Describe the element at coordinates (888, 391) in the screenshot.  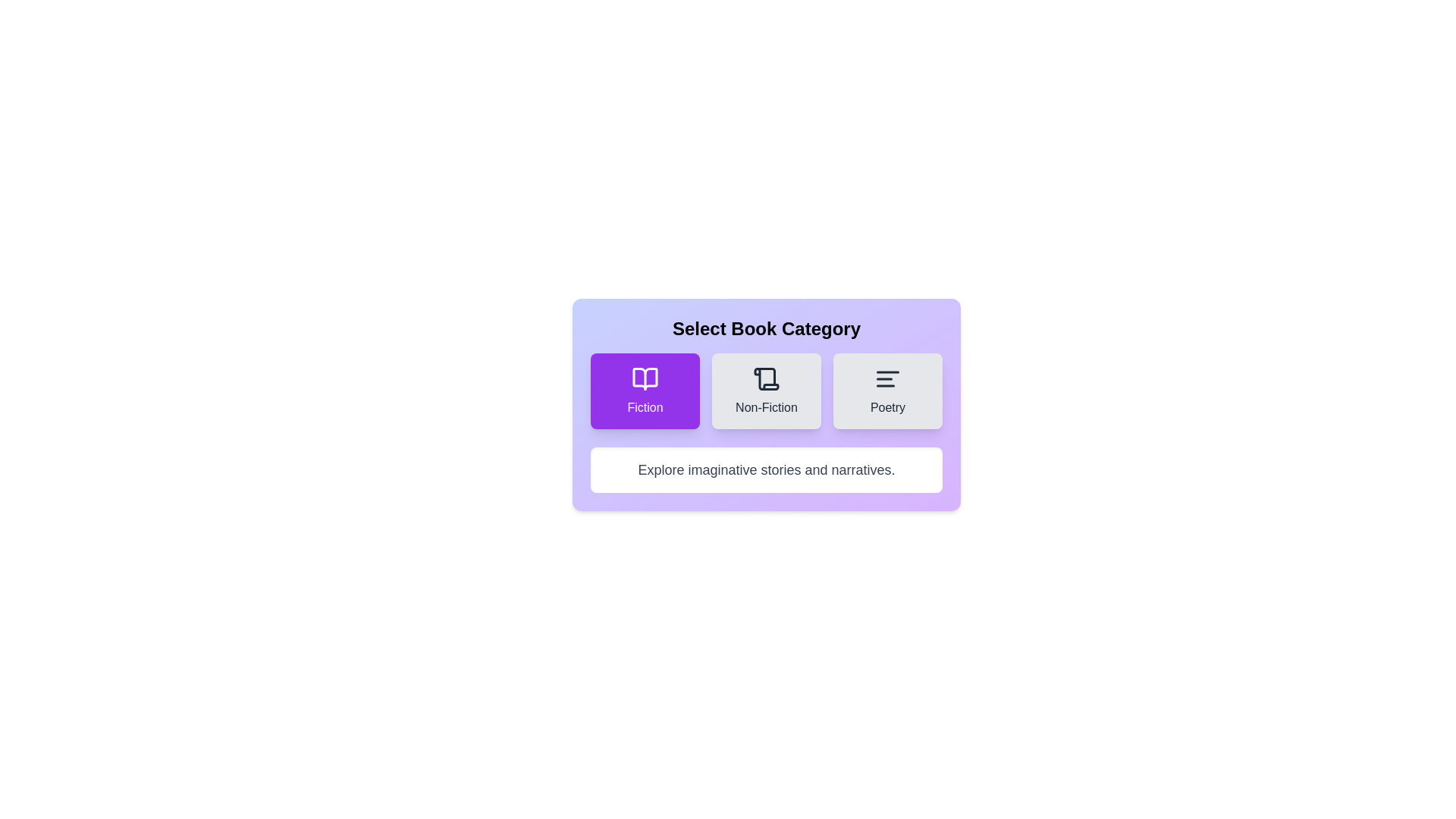
I see `the 'Poetry' button to select the category` at that location.